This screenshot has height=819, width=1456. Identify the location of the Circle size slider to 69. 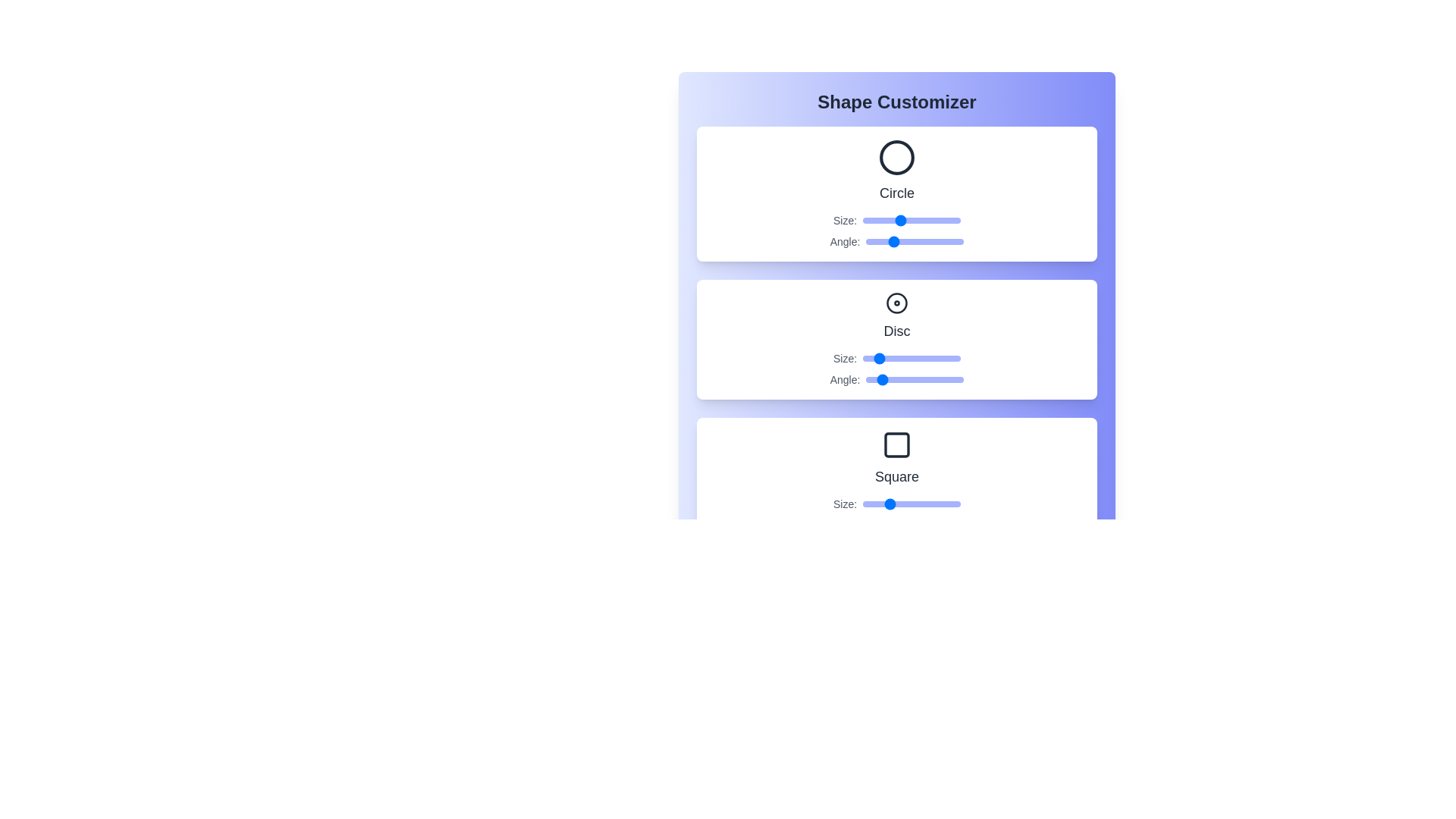
(922, 220).